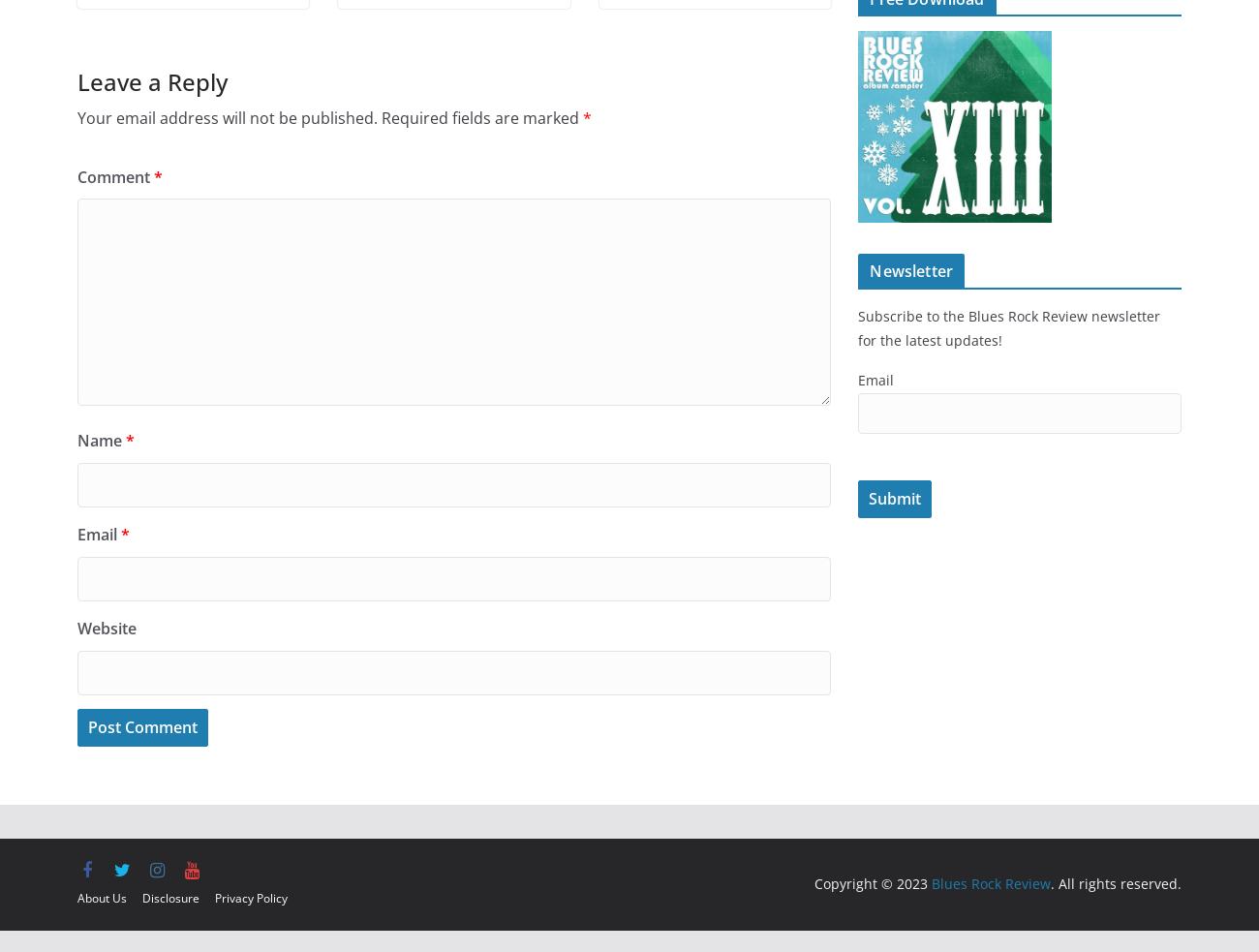 This screenshot has height=952, width=1259. I want to click on 'Privacy Policy', so click(250, 897).